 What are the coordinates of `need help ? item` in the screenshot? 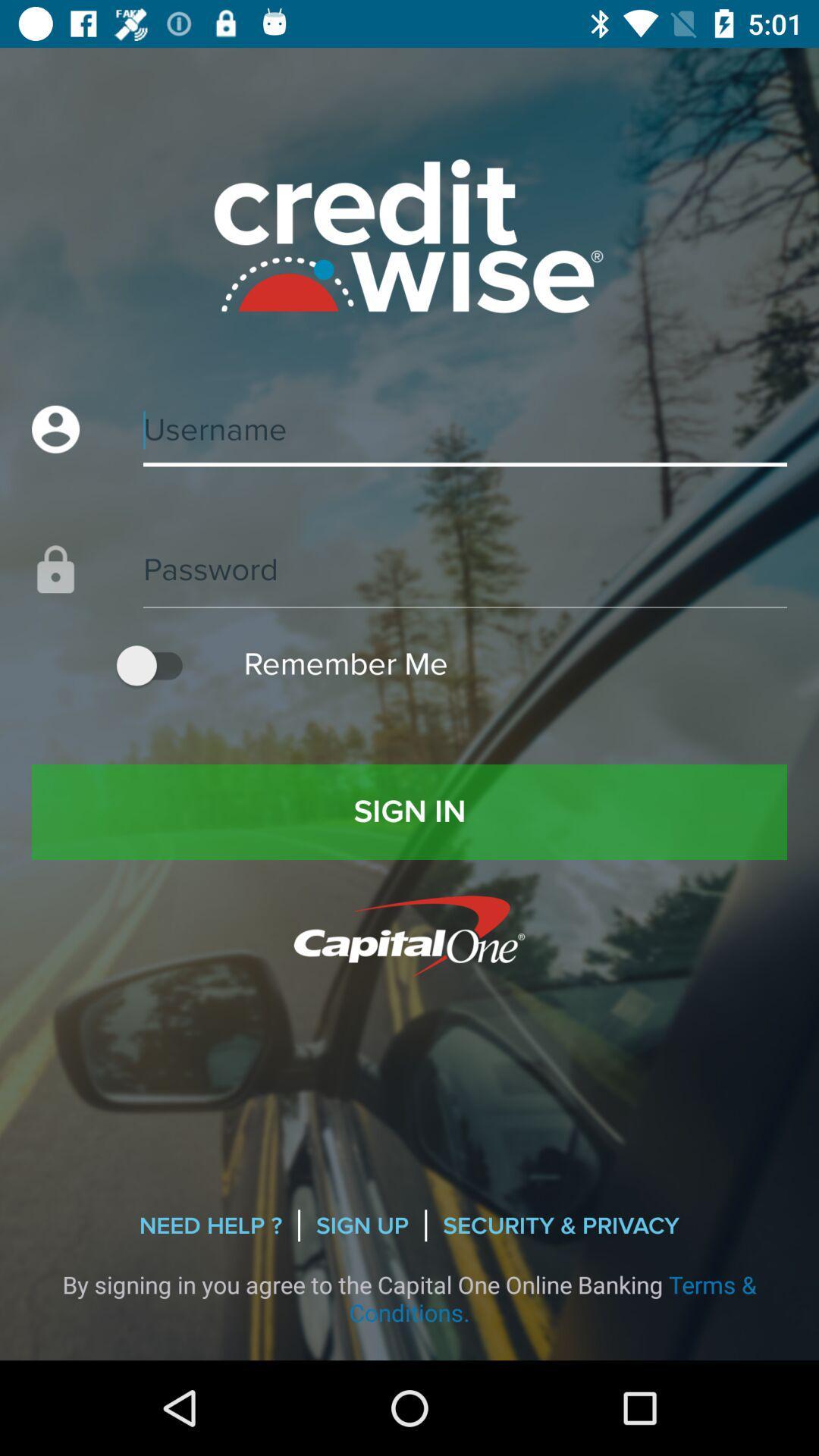 It's located at (210, 1225).